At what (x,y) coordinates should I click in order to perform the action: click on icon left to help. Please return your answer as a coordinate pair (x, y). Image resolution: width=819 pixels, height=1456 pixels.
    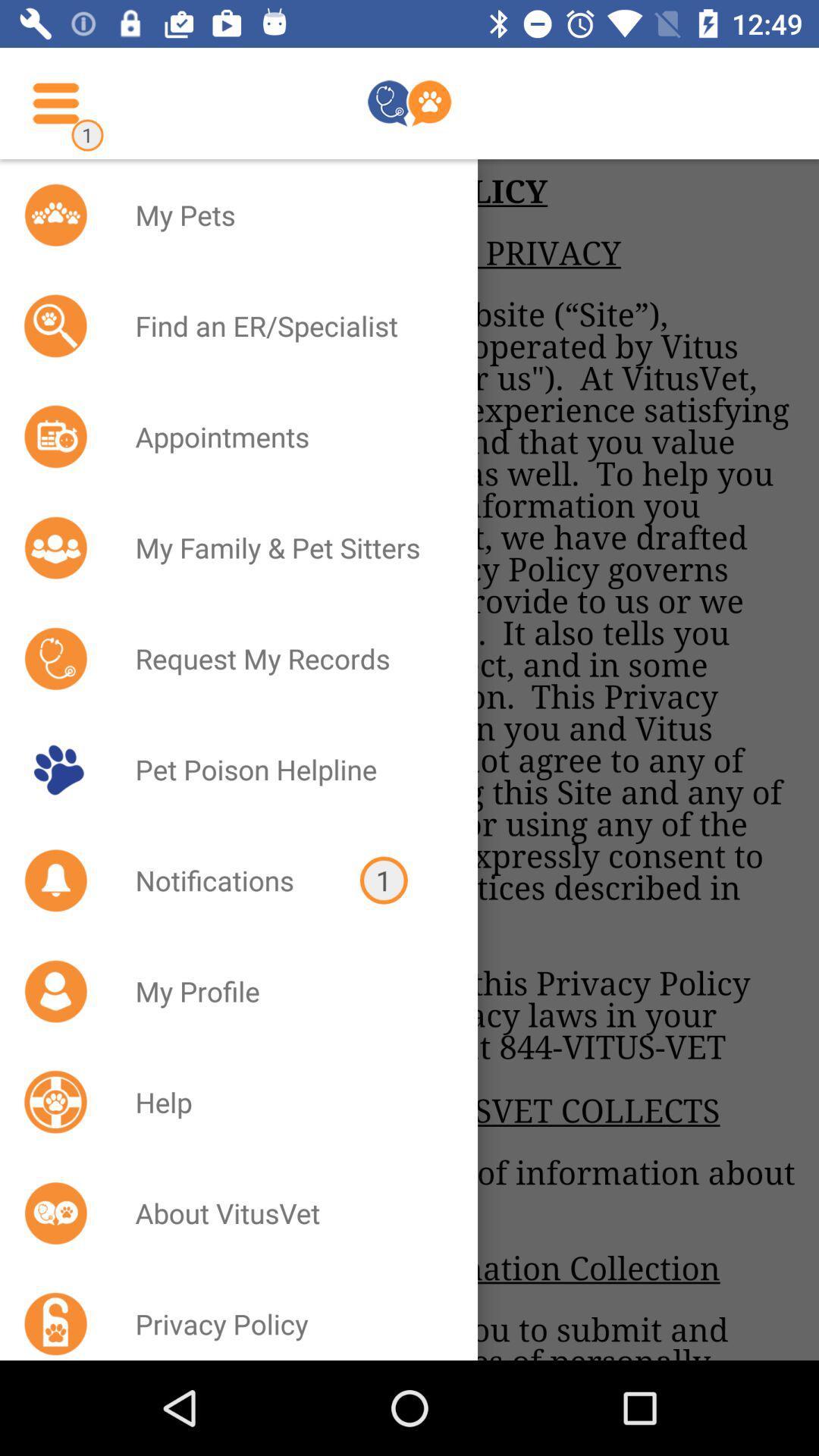
    Looking at the image, I should click on (55, 1103).